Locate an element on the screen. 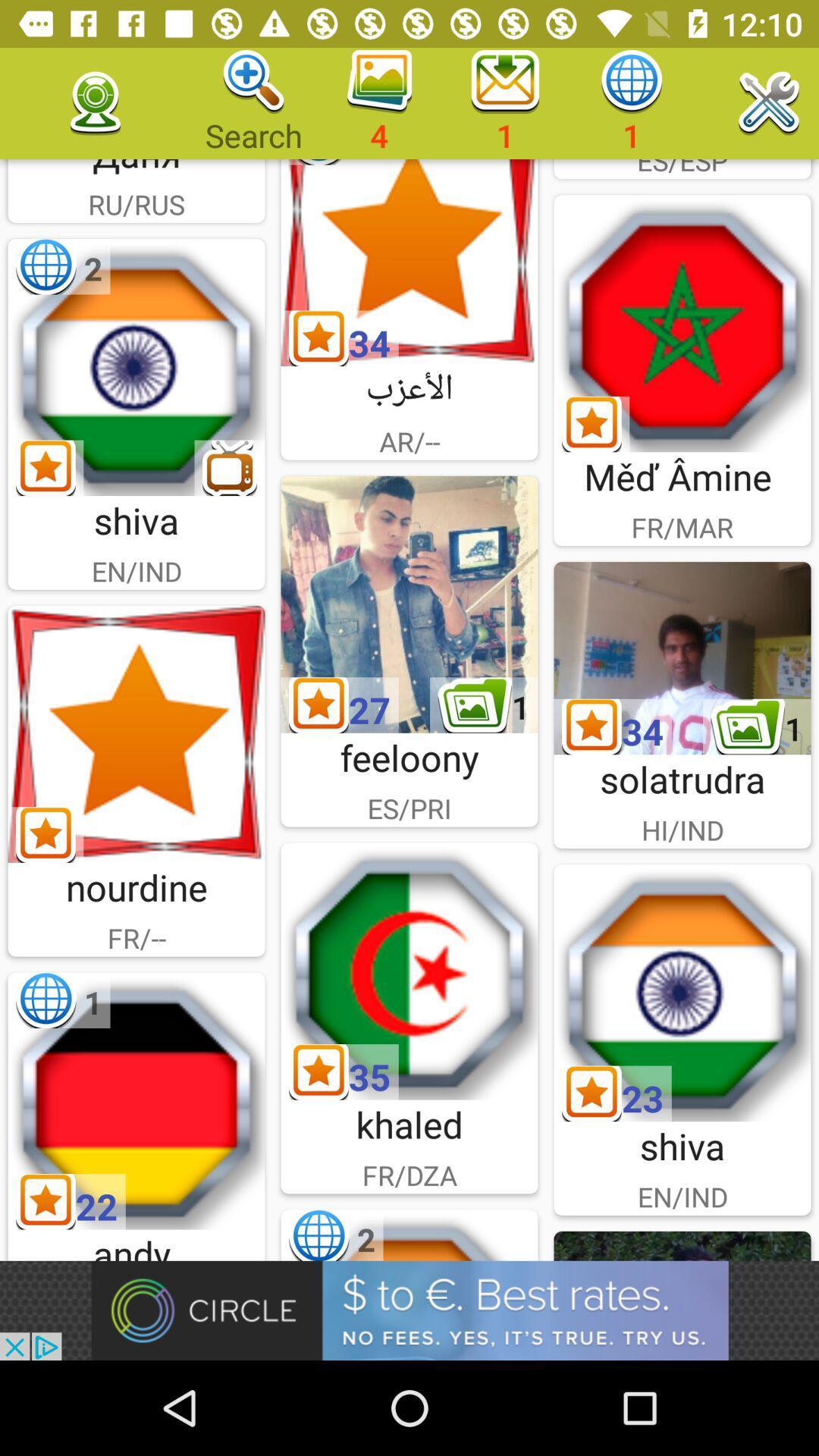 This screenshot has height=1456, width=819. solatrudra is located at coordinates (681, 658).